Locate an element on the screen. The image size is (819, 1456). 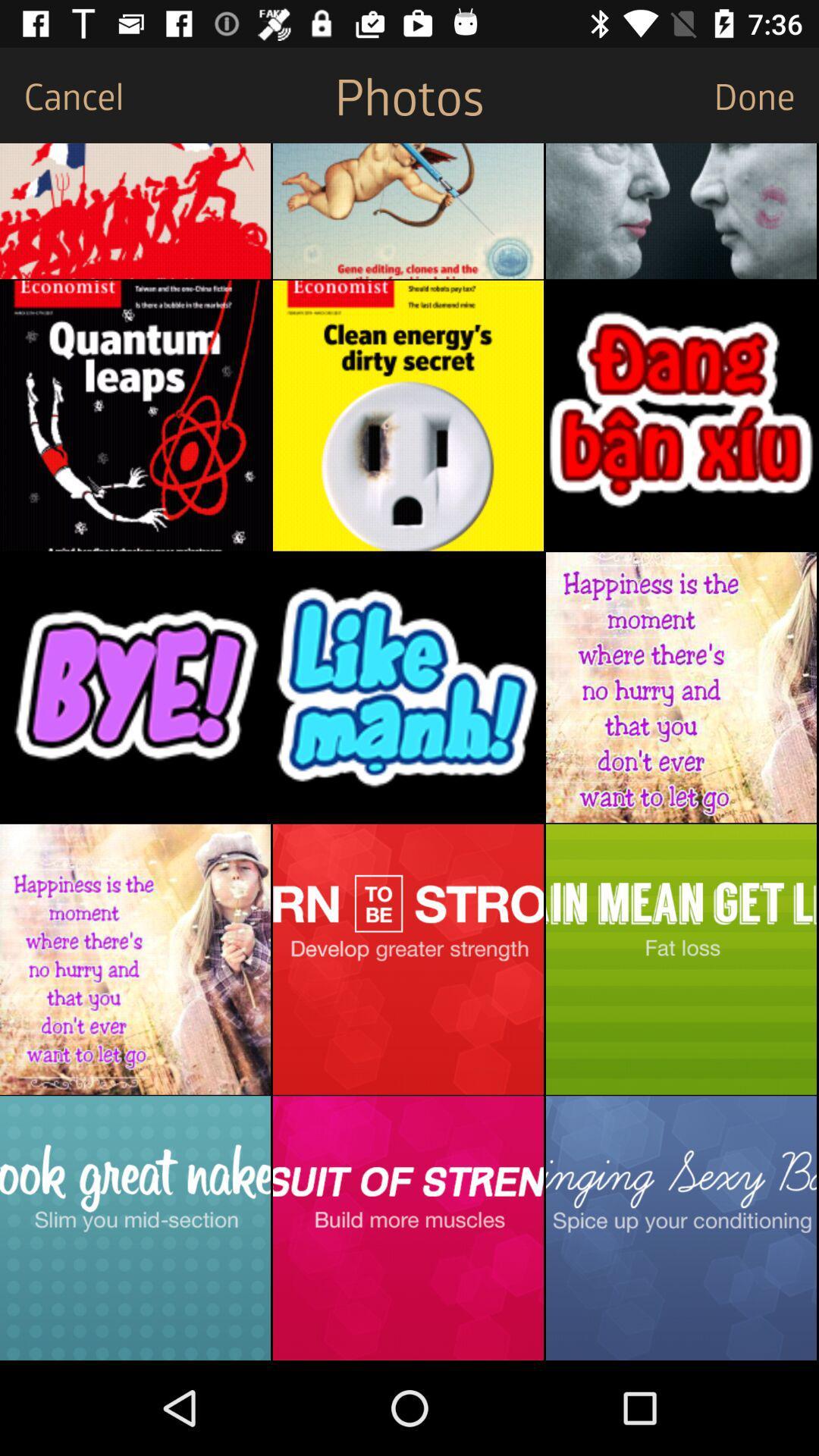
photo is located at coordinates (134, 1228).